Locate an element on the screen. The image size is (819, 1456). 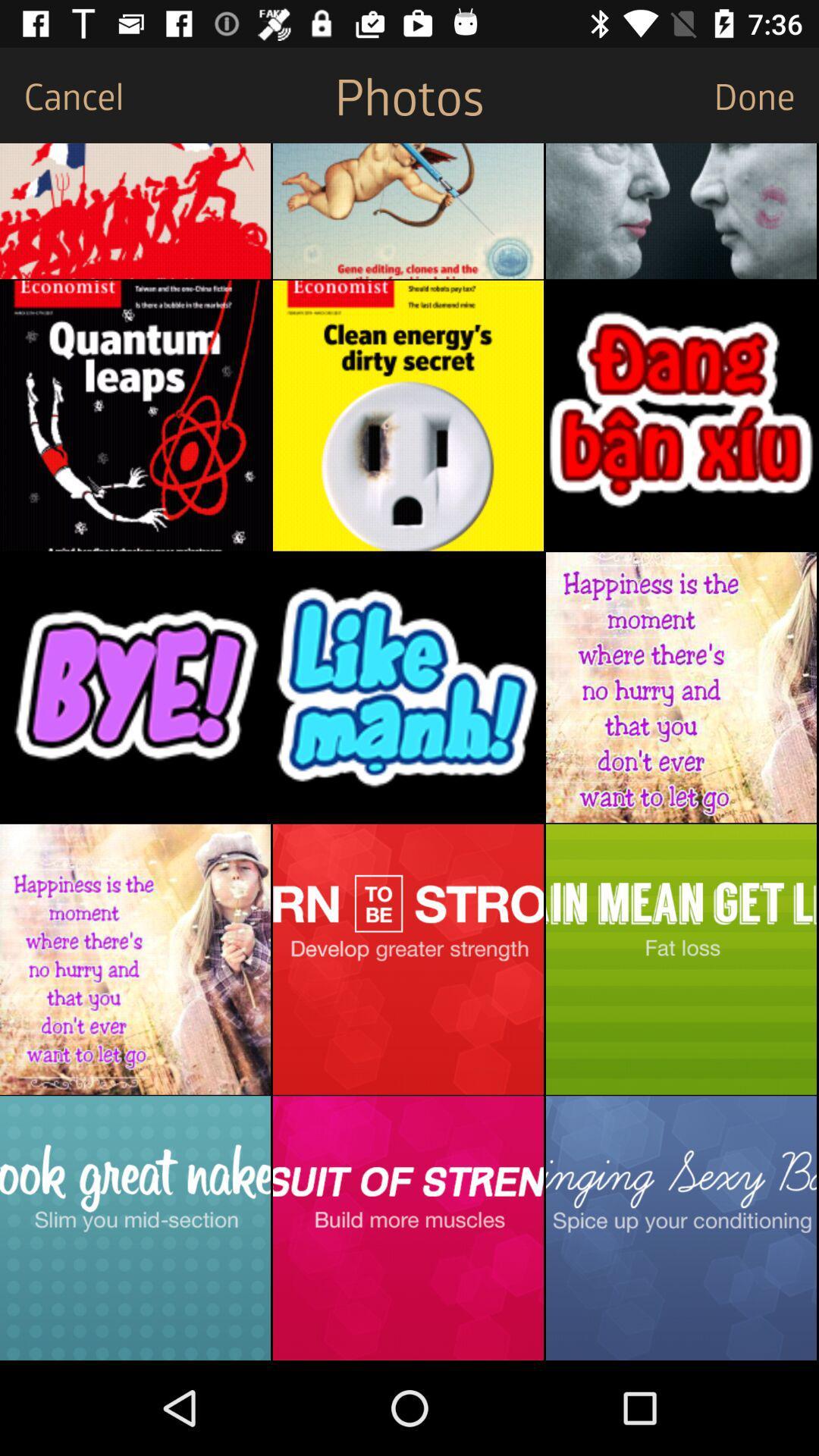
photo is located at coordinates (134, 1228).